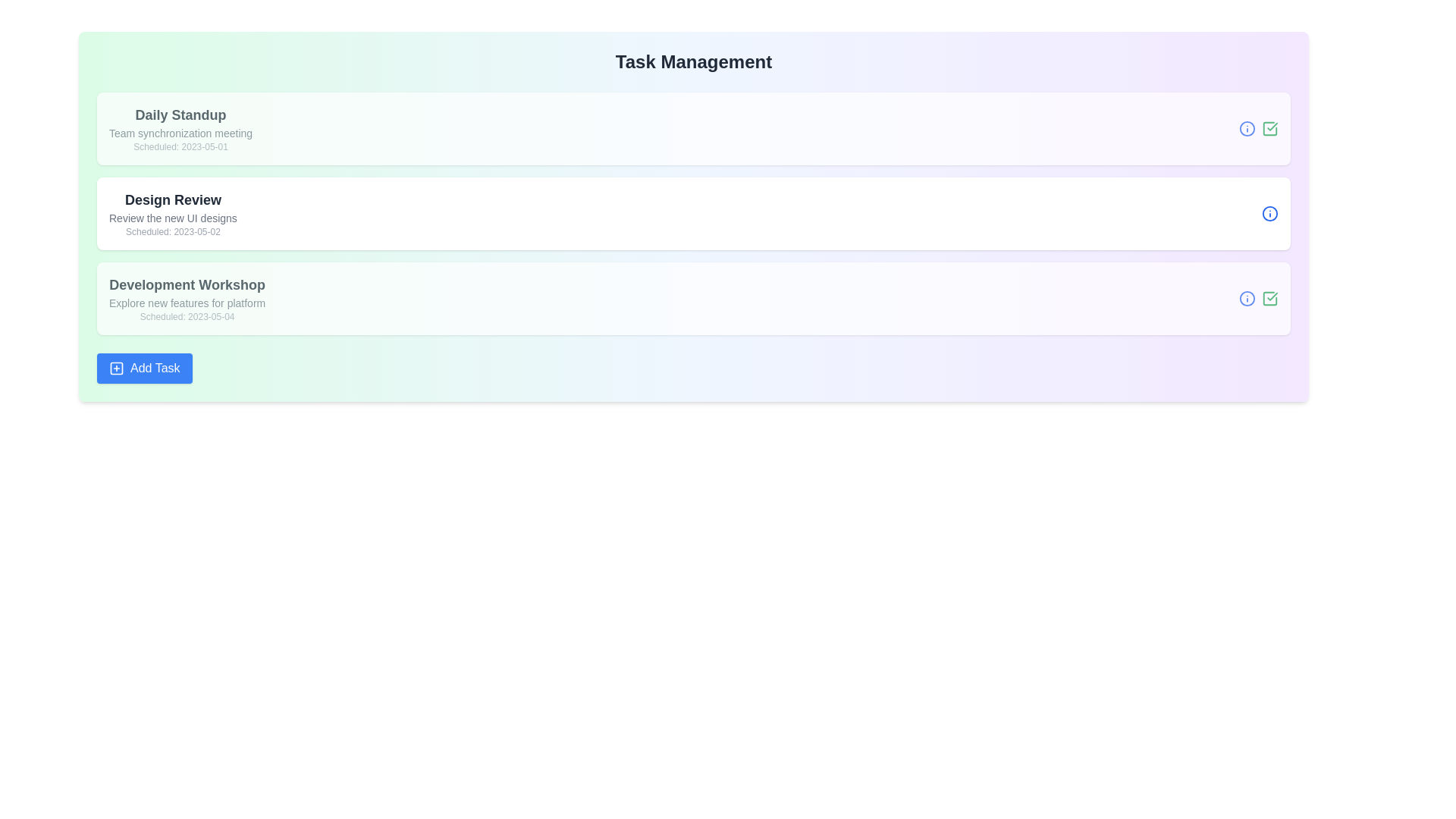 This screenshot has width=1456, height=819. What do you see at coordinates (1270, 298) in the screenshot?
I see `the CheckSquare icon of a completed task identified by its title Development Workshop` at bounding box center [1270, 298].